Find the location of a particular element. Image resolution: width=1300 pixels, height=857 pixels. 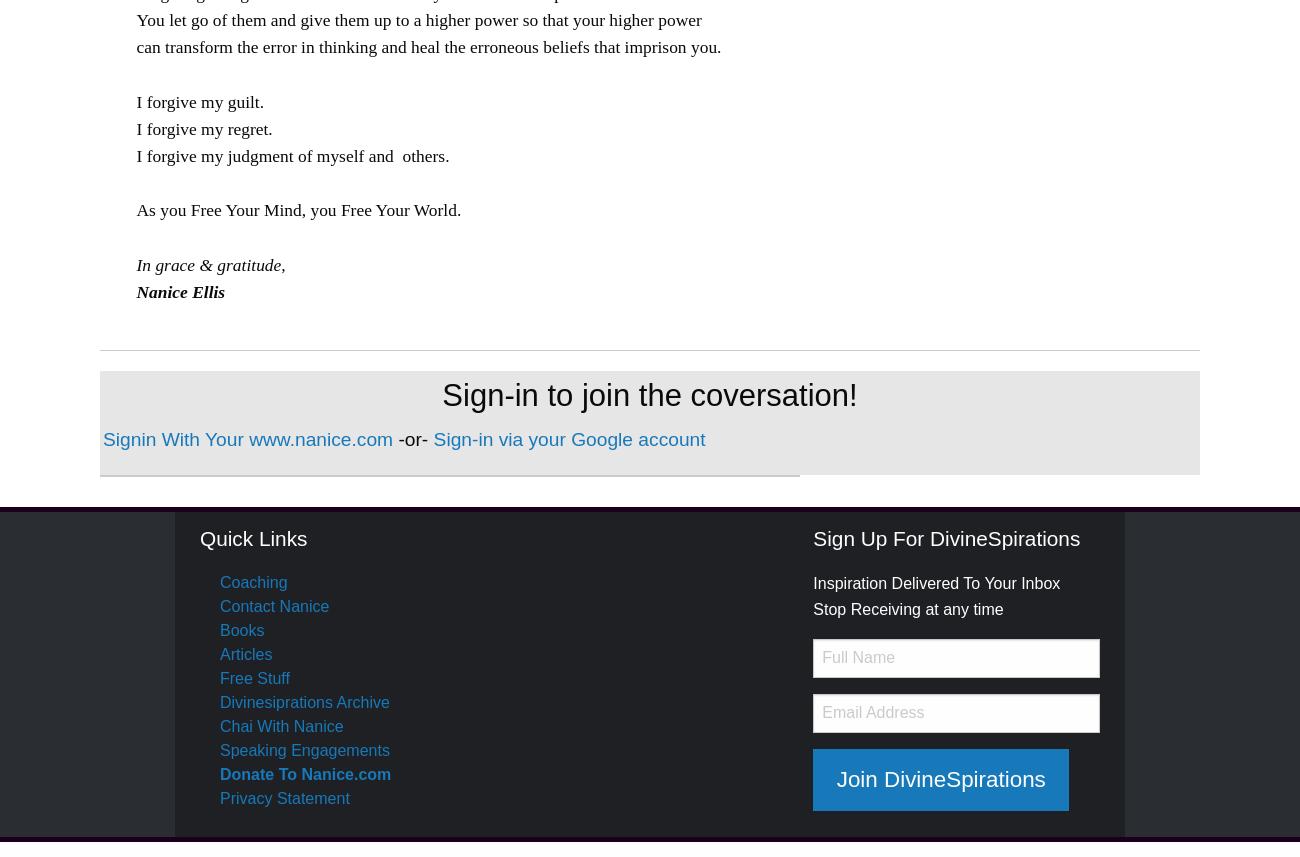

'Sign-in via your Google account' is located at coordinates (568, 438).